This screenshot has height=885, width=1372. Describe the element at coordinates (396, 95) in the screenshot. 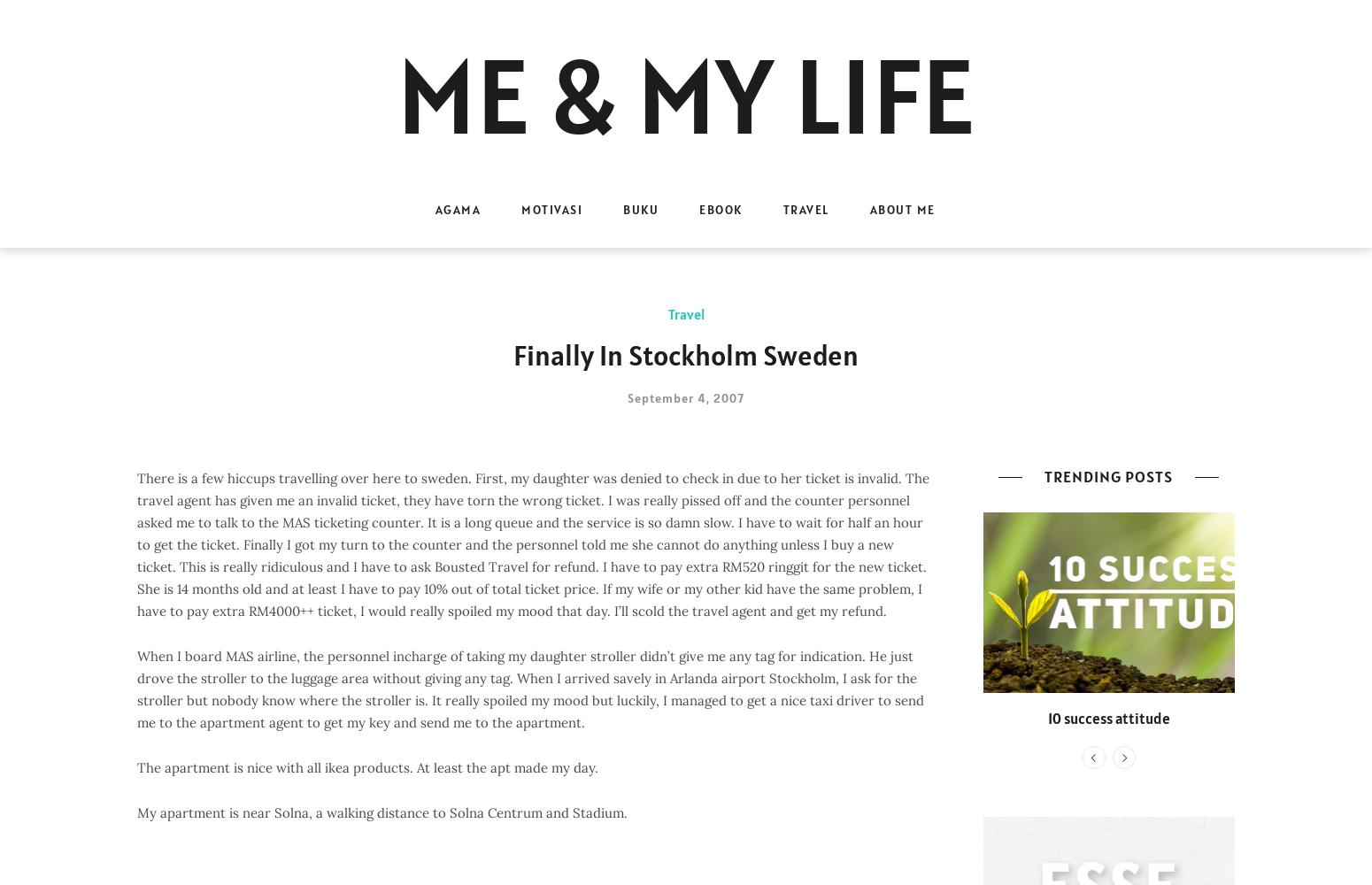

I see `'Me & My Life'` at that location.